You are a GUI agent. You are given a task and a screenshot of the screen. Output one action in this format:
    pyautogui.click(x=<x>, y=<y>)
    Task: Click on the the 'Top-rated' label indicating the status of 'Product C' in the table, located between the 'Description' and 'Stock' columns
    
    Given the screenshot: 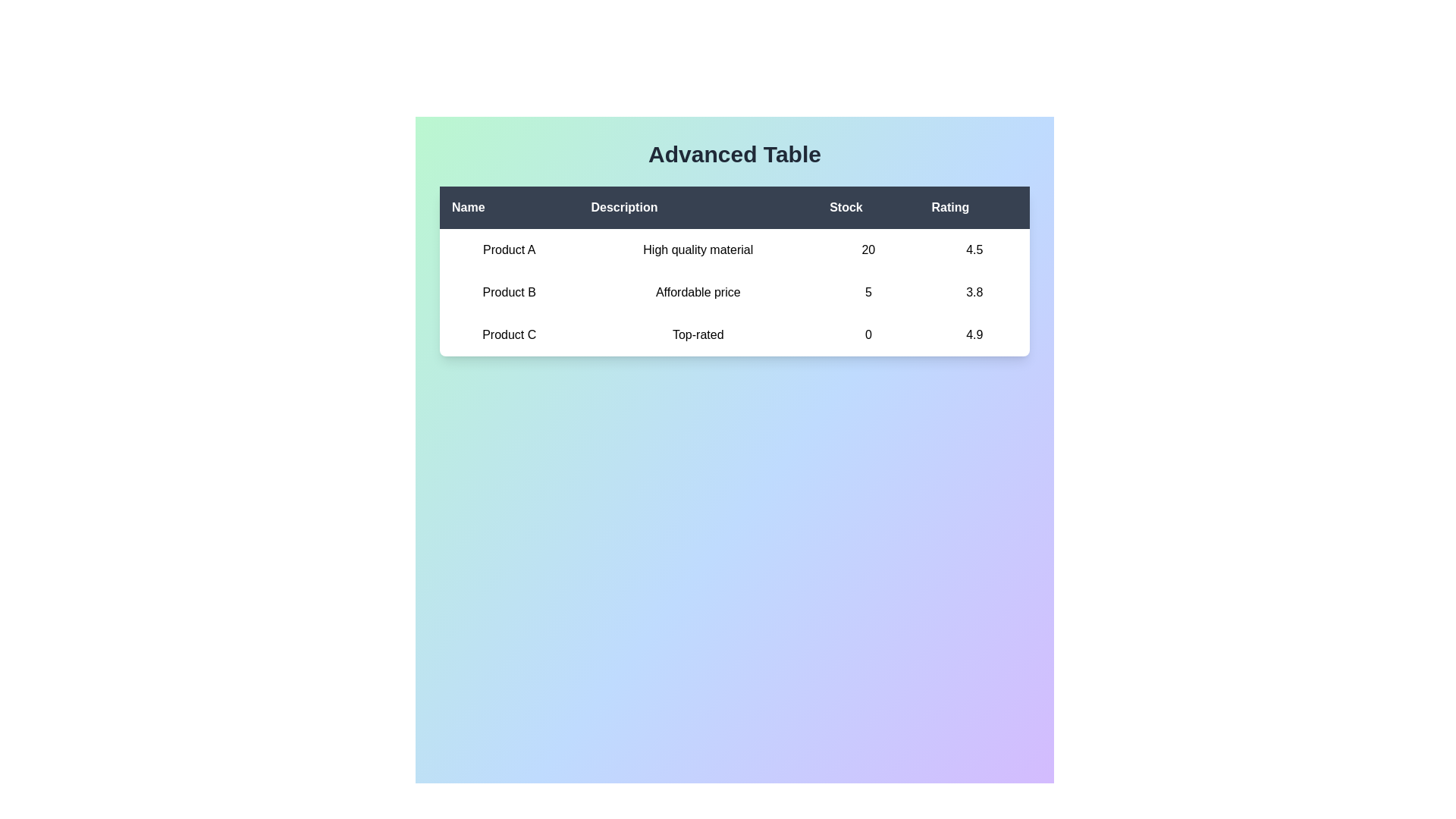 What is the action you would take?
    pyautogui.click(x=697, y=334)
    